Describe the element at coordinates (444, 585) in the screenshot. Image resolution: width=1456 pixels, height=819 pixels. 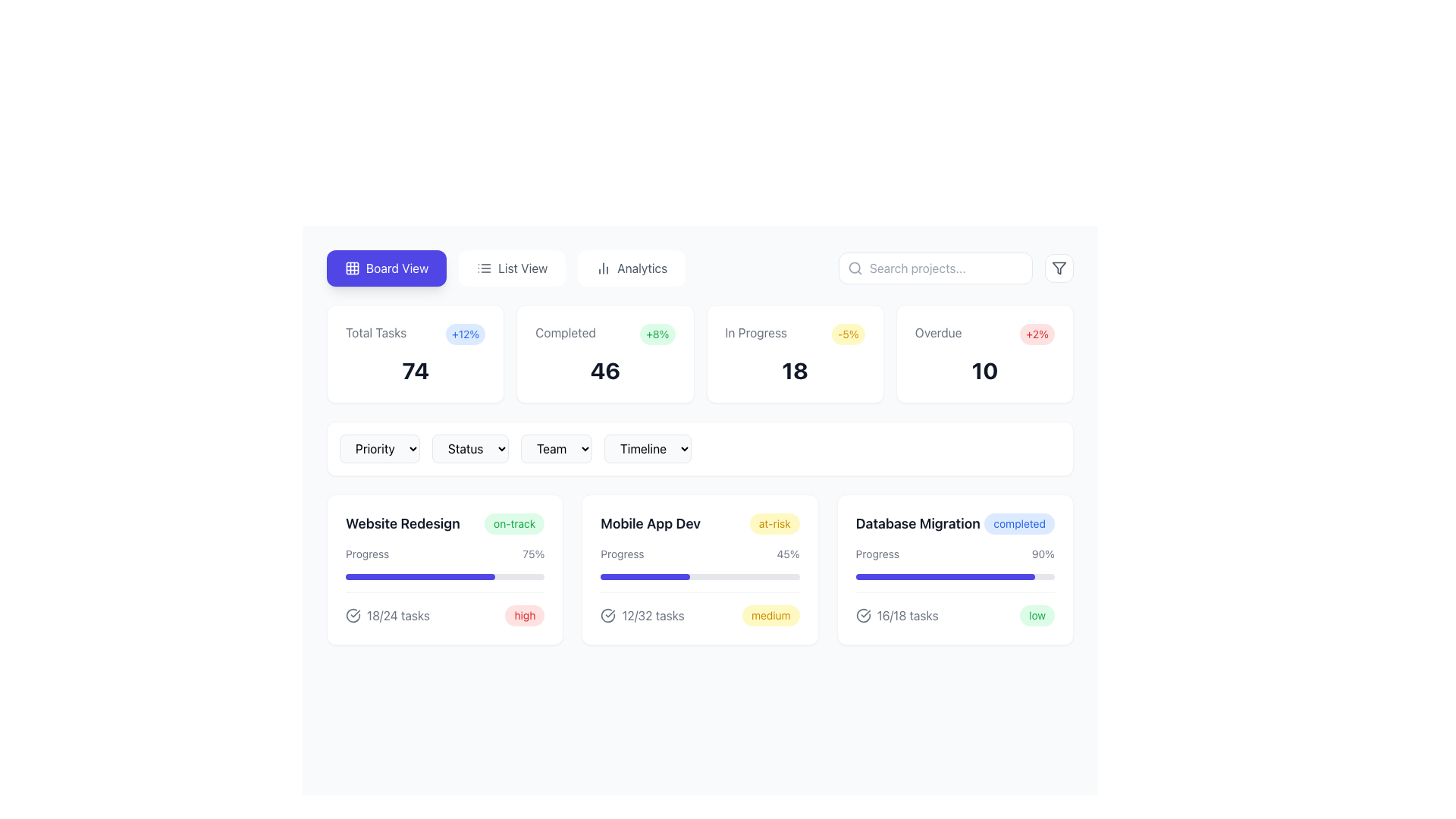
I see `the progress indication of the Progress bar located in the middle of the 'Website Redesign' panel, which shows a 75% completion rate represented by a blue bar` at that location.